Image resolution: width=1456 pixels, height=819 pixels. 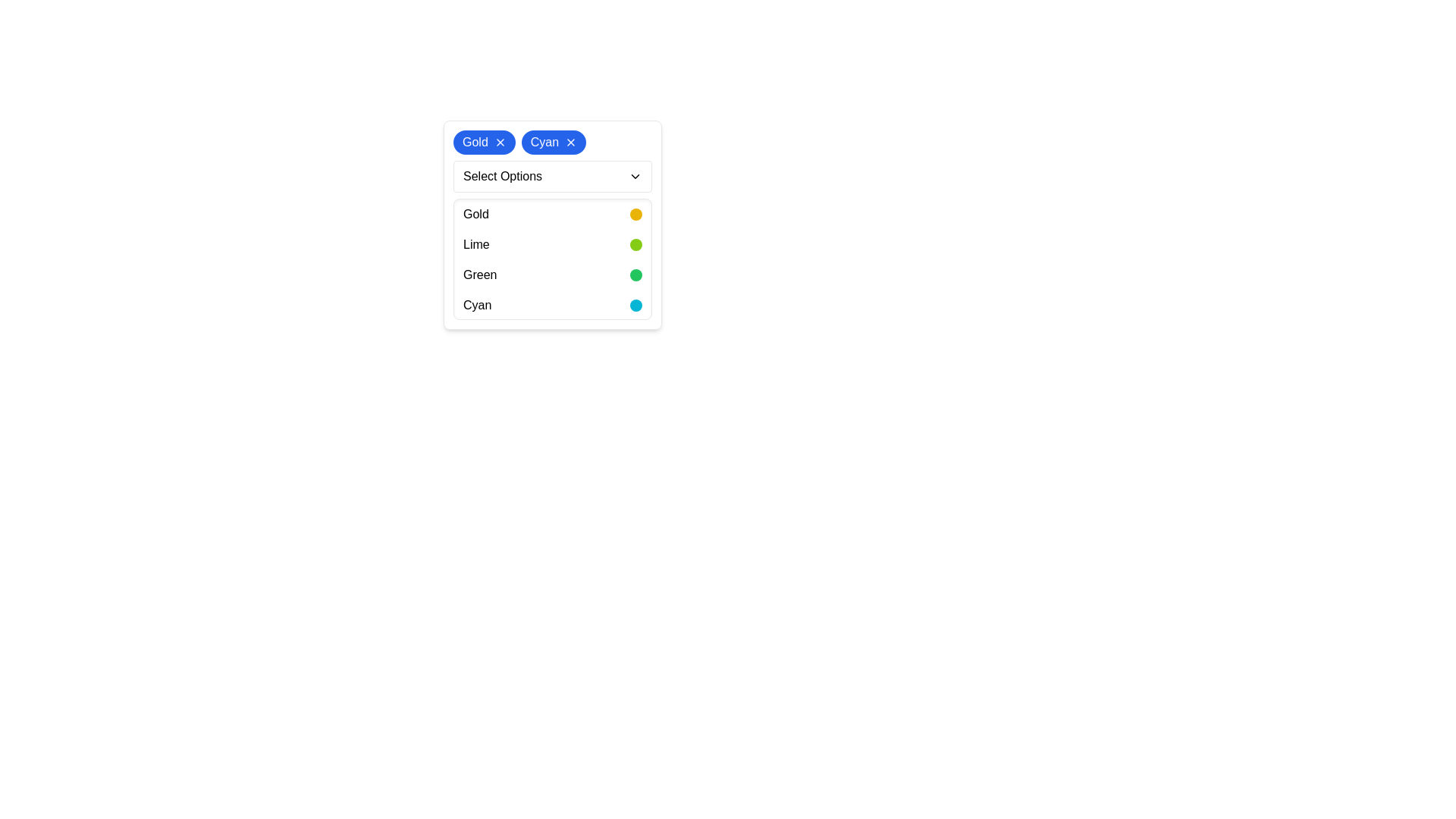 I want to click on the dropdown menu positioned below the selected items labeled 'Gold' and 'Cyan', so click(x=552, y=175).